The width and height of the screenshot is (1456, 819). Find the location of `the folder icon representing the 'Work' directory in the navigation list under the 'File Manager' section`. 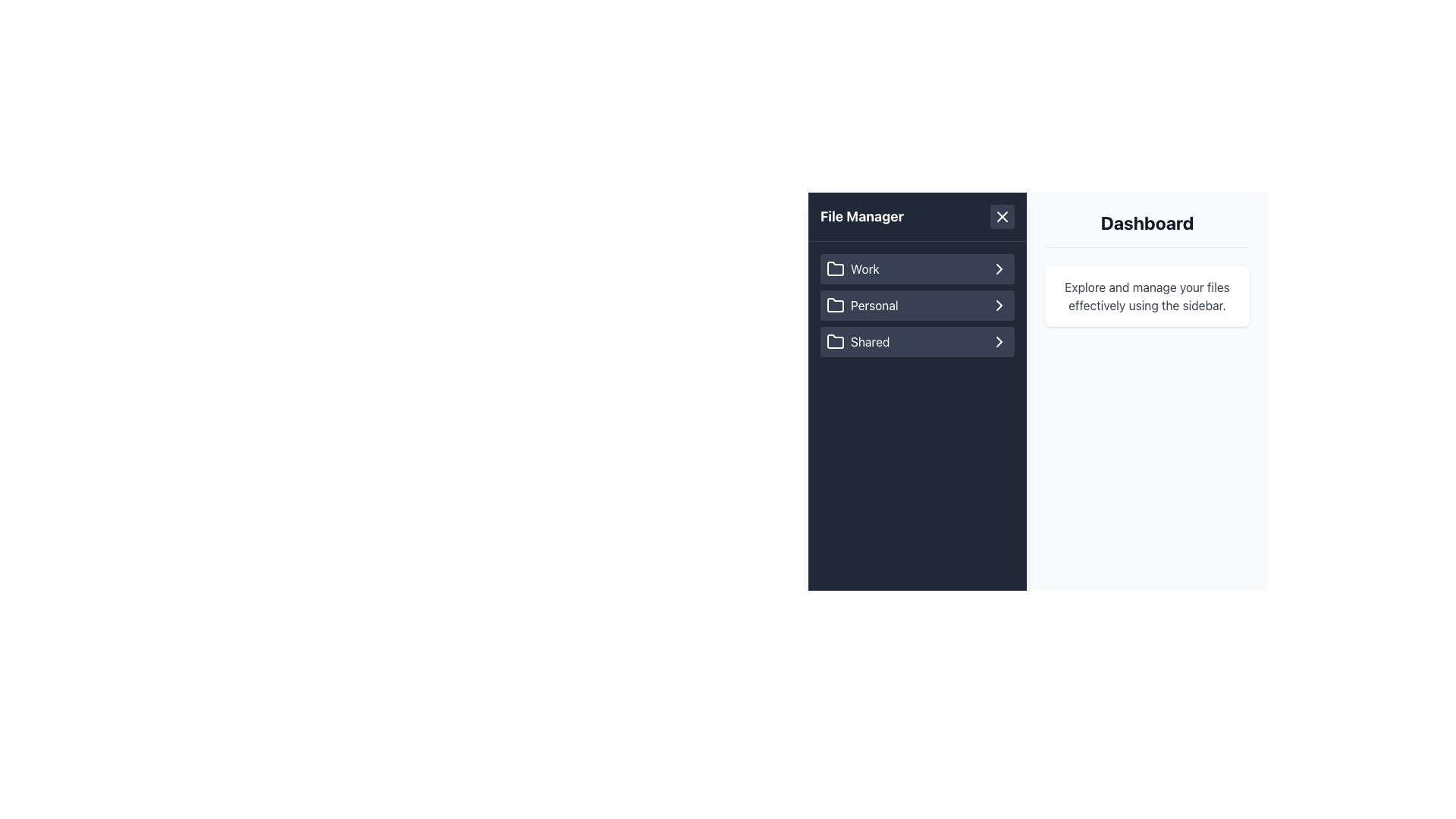

the folder icon representing the 'Work' directory in the navigation list under the 'File Manager' section is located at coordinates (835, 268).